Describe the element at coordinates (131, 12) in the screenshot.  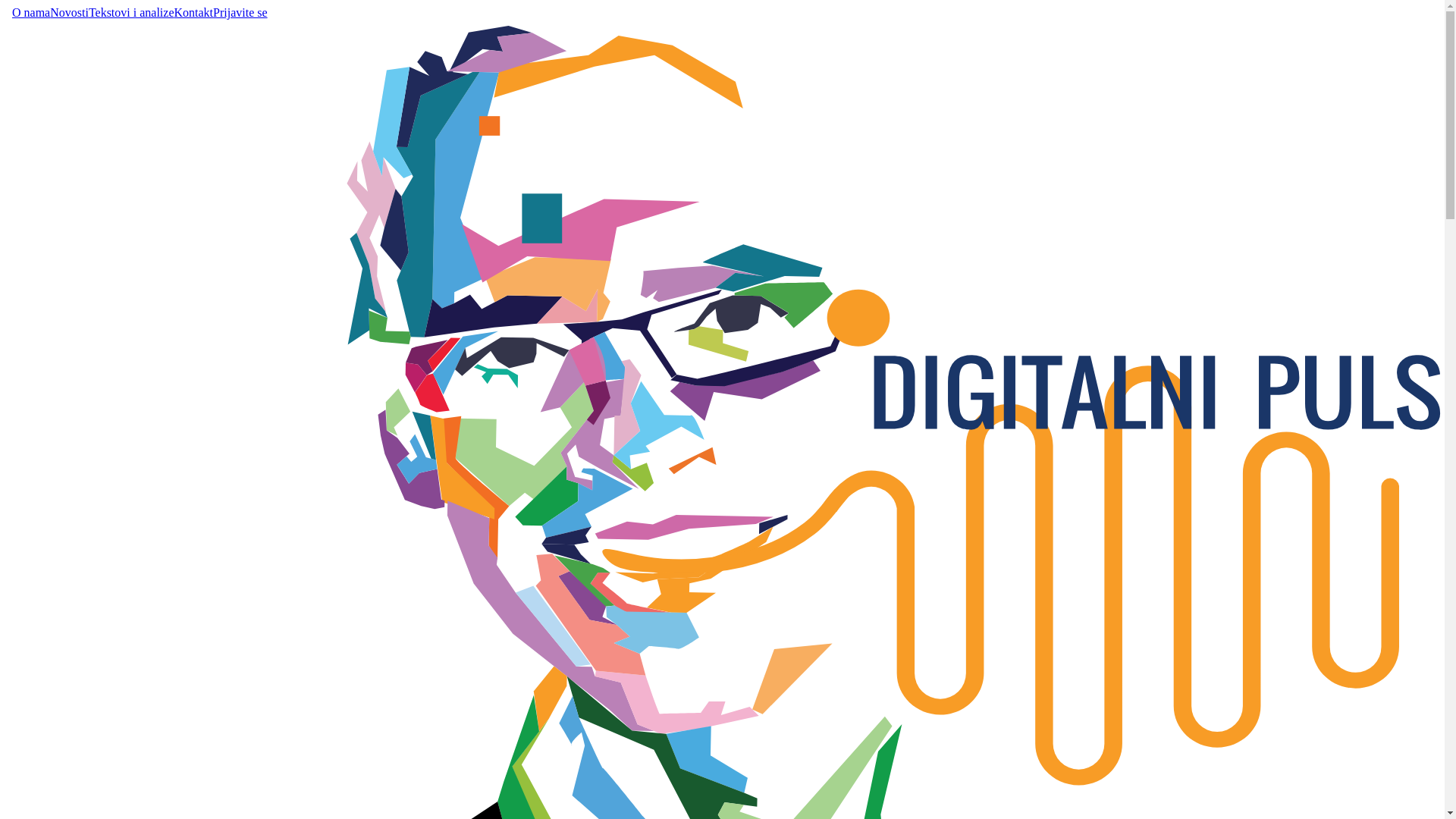
I see `'Tekstovi i analize'` at that location.